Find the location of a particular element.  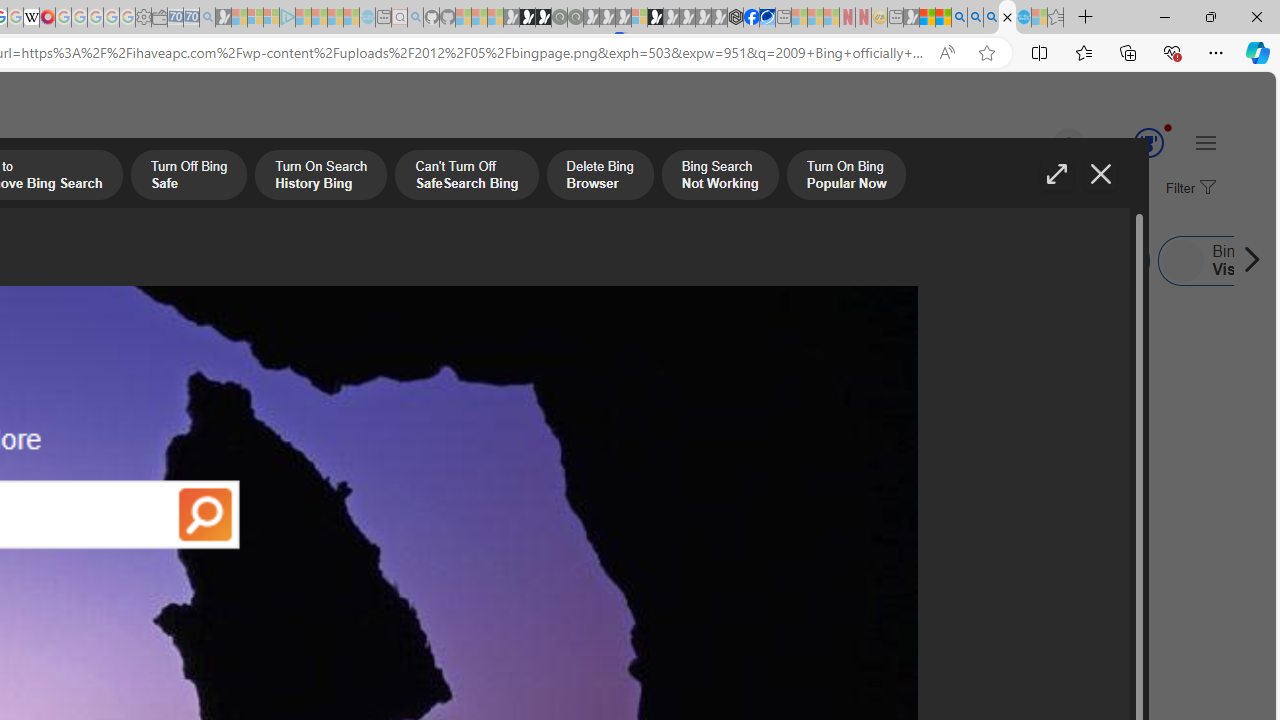

'Cheap Car Rentals - Save70.com - Sleeping' is located at coordinates (191, 17).